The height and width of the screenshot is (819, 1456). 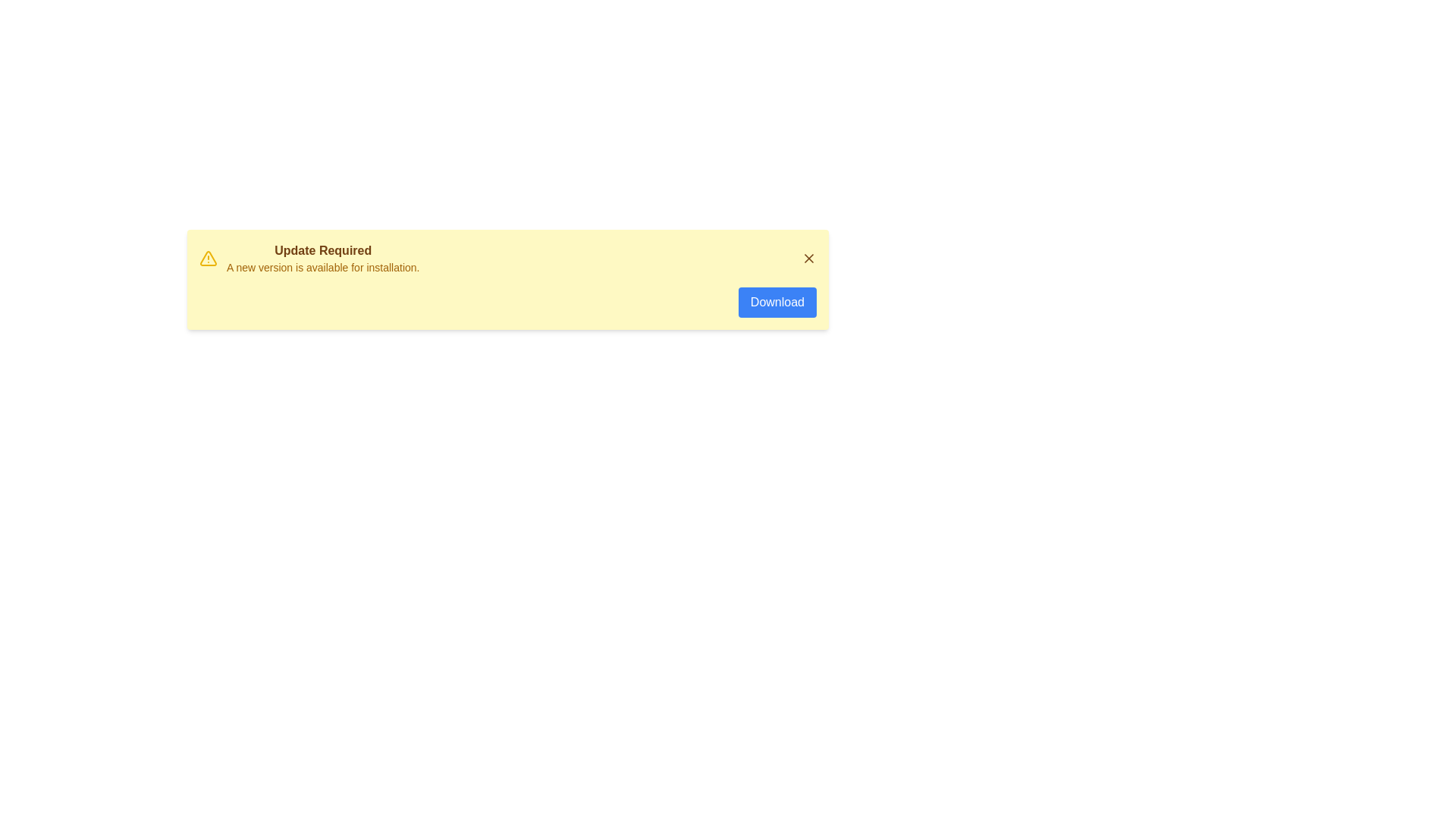 I want to click on the 'Download' button to proceed with the update process, so click(x=777, y=302).